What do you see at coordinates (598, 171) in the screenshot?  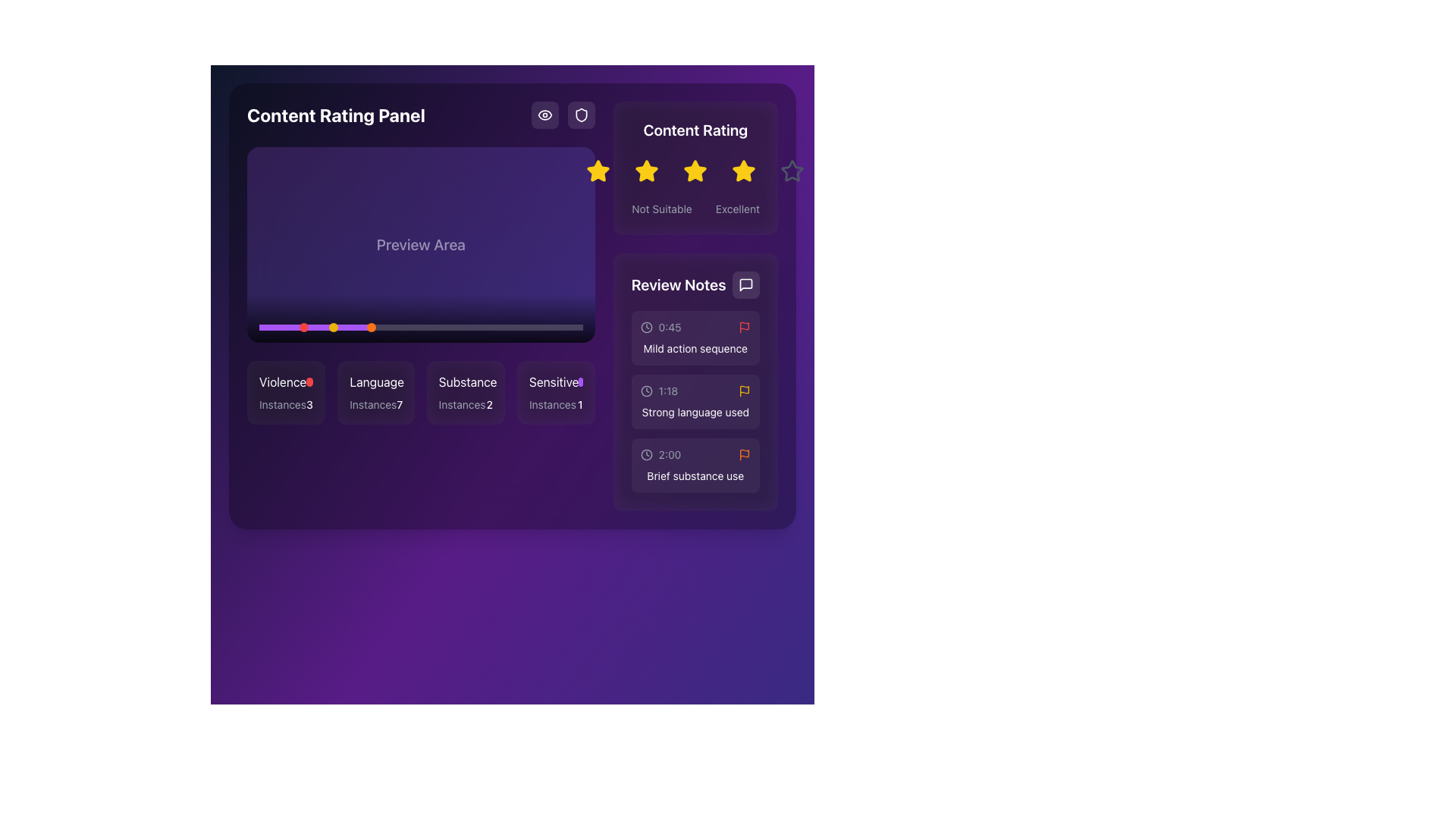 I see `the first yellow star icon` at bounding box center [598, 171].